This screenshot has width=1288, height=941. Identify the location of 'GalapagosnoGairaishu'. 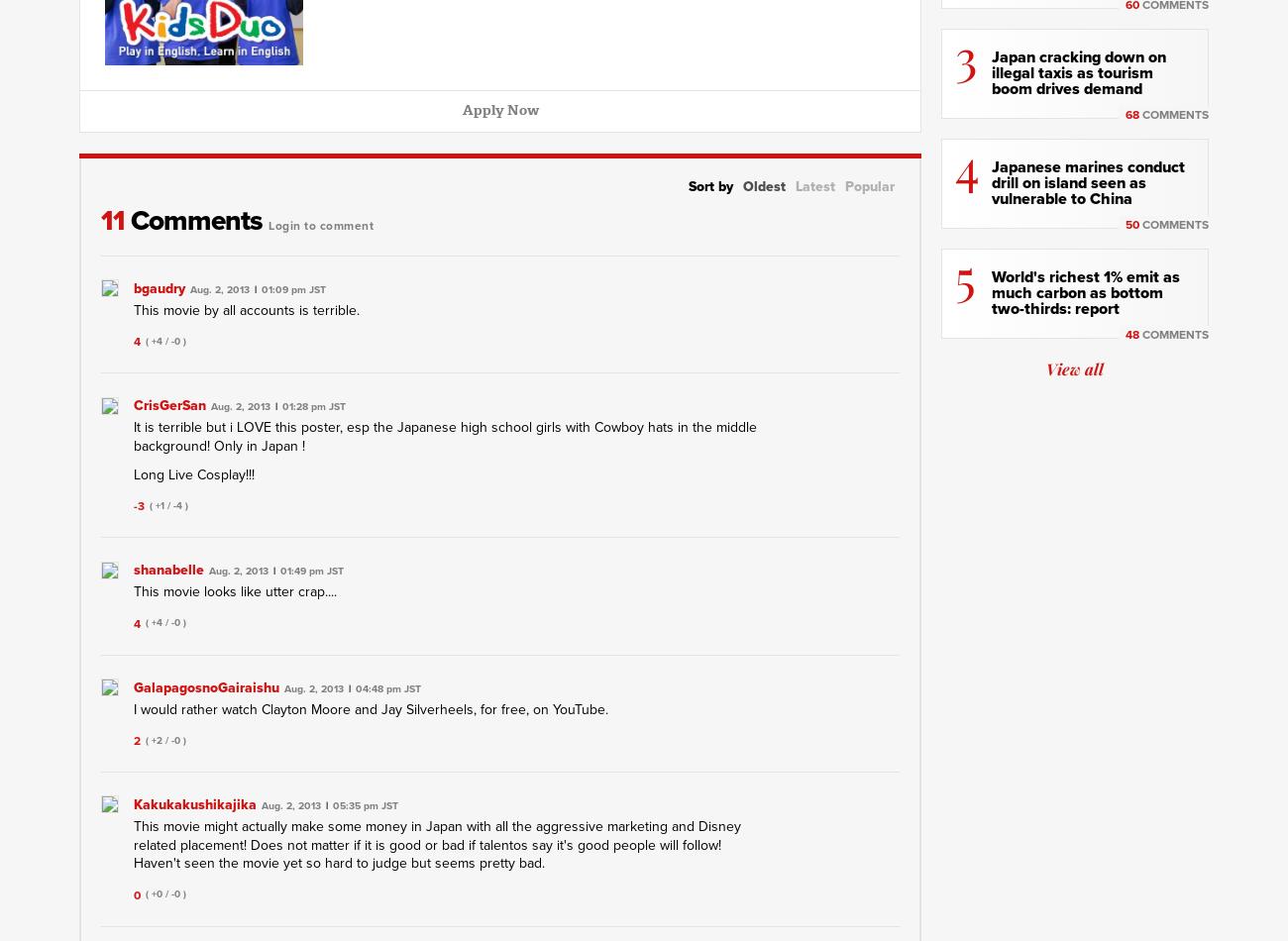
(206, 686).